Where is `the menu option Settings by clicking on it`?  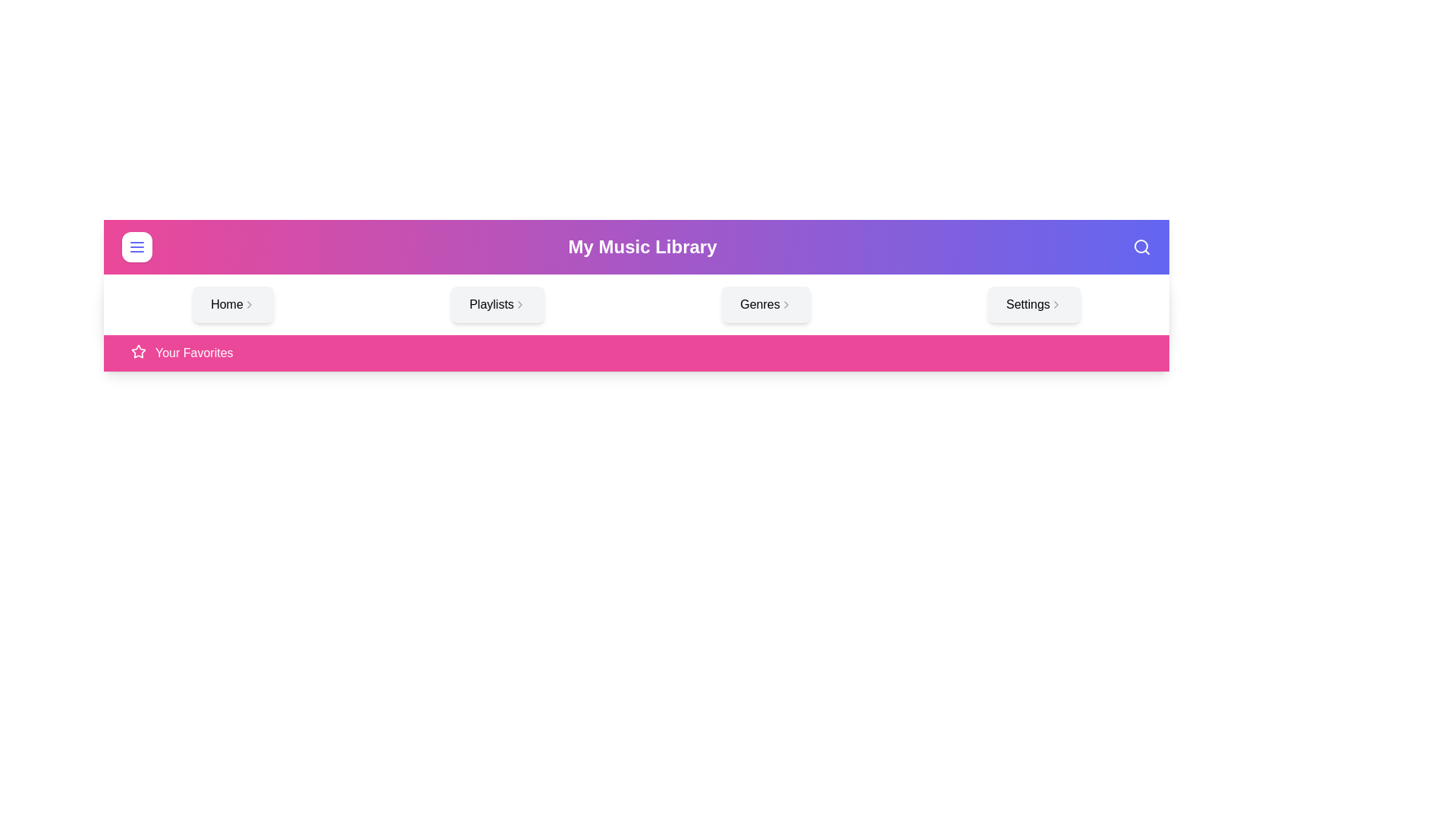
the menu option Settings by clicking on it is located at coordinates (1033, 304).